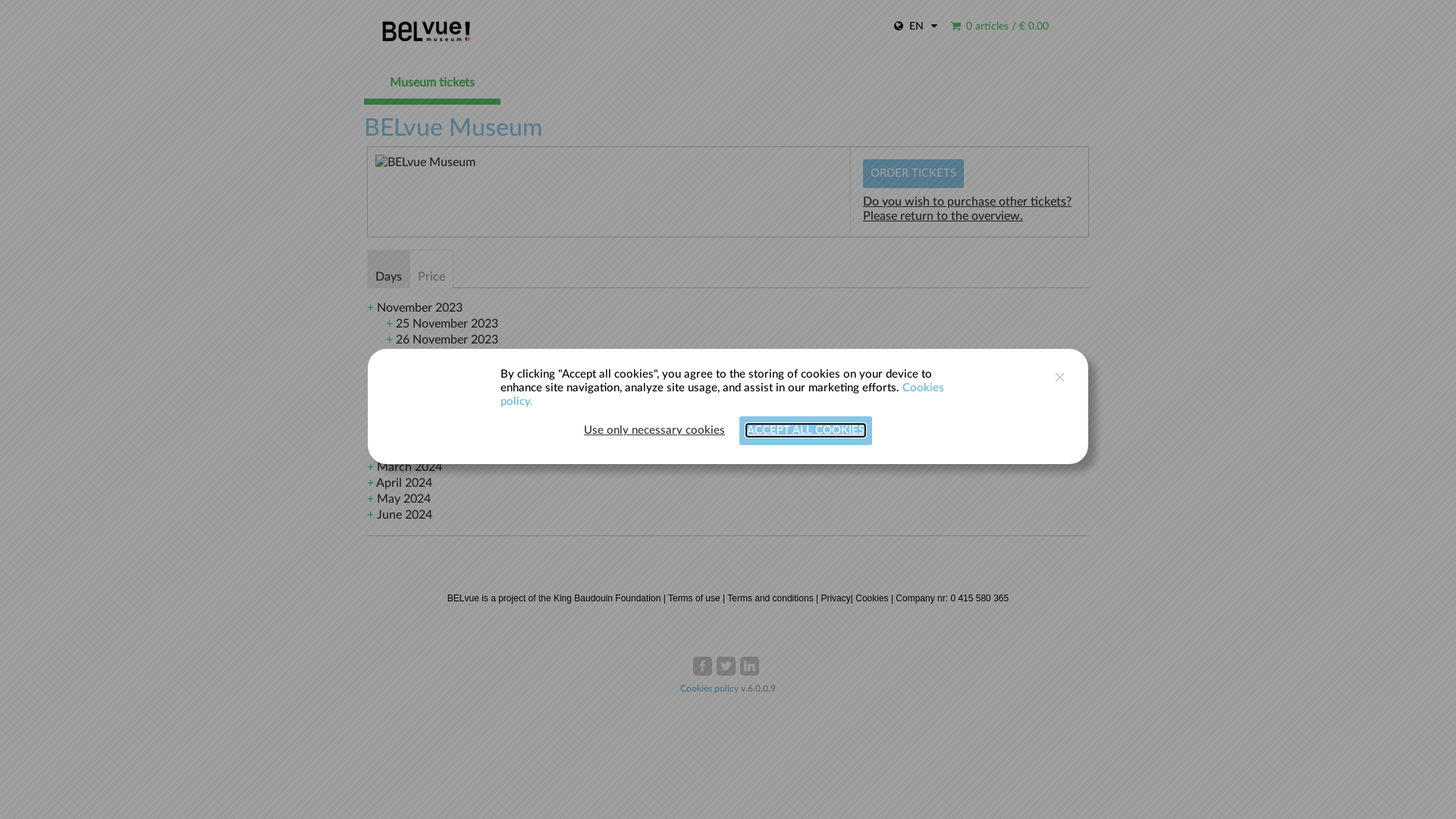  Describe the element at coordinates (915, 27) in the screenshot. I see `'EN'` at that location.